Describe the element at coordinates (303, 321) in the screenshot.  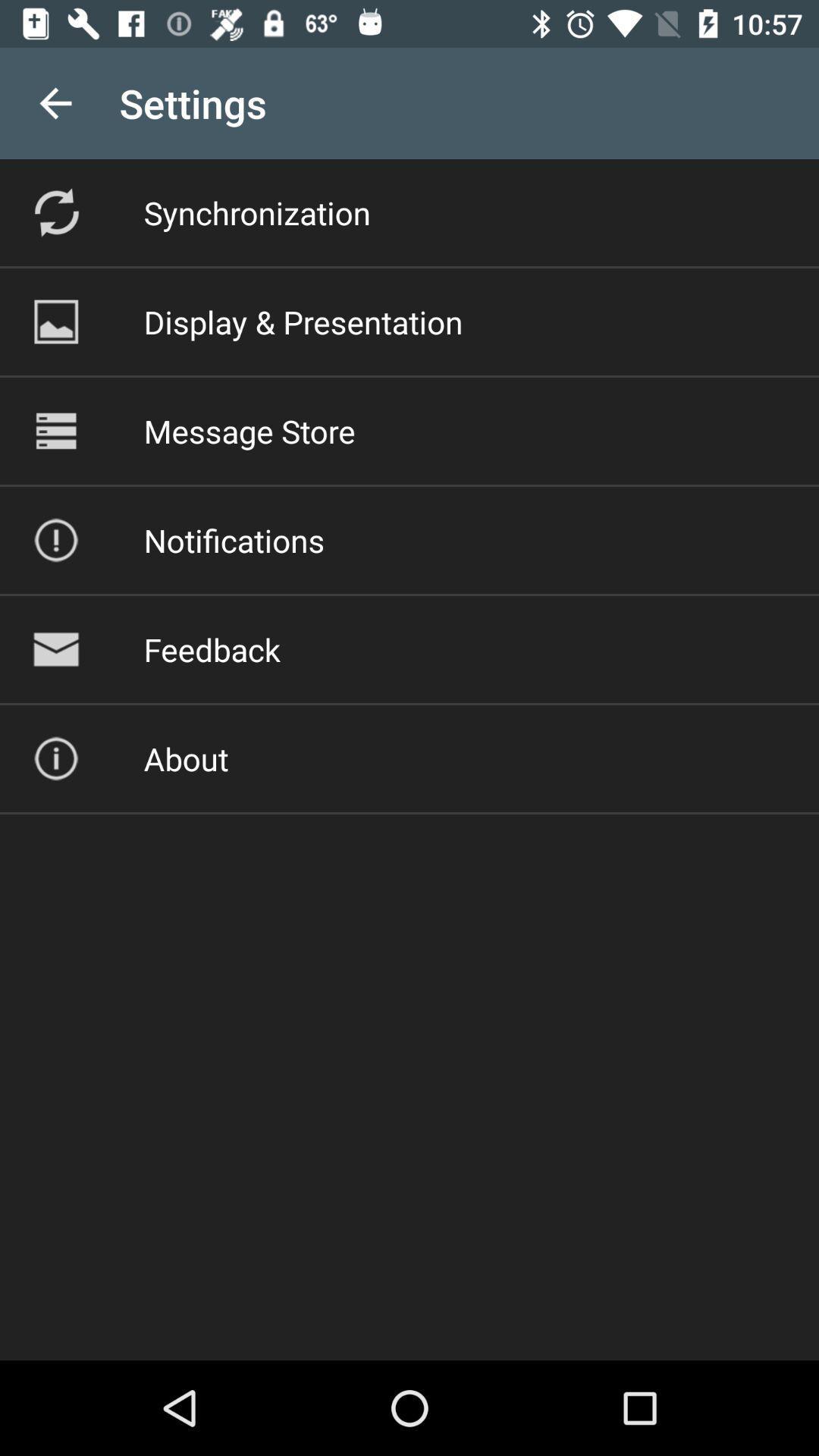
I see `display & presentation icon` at that location.